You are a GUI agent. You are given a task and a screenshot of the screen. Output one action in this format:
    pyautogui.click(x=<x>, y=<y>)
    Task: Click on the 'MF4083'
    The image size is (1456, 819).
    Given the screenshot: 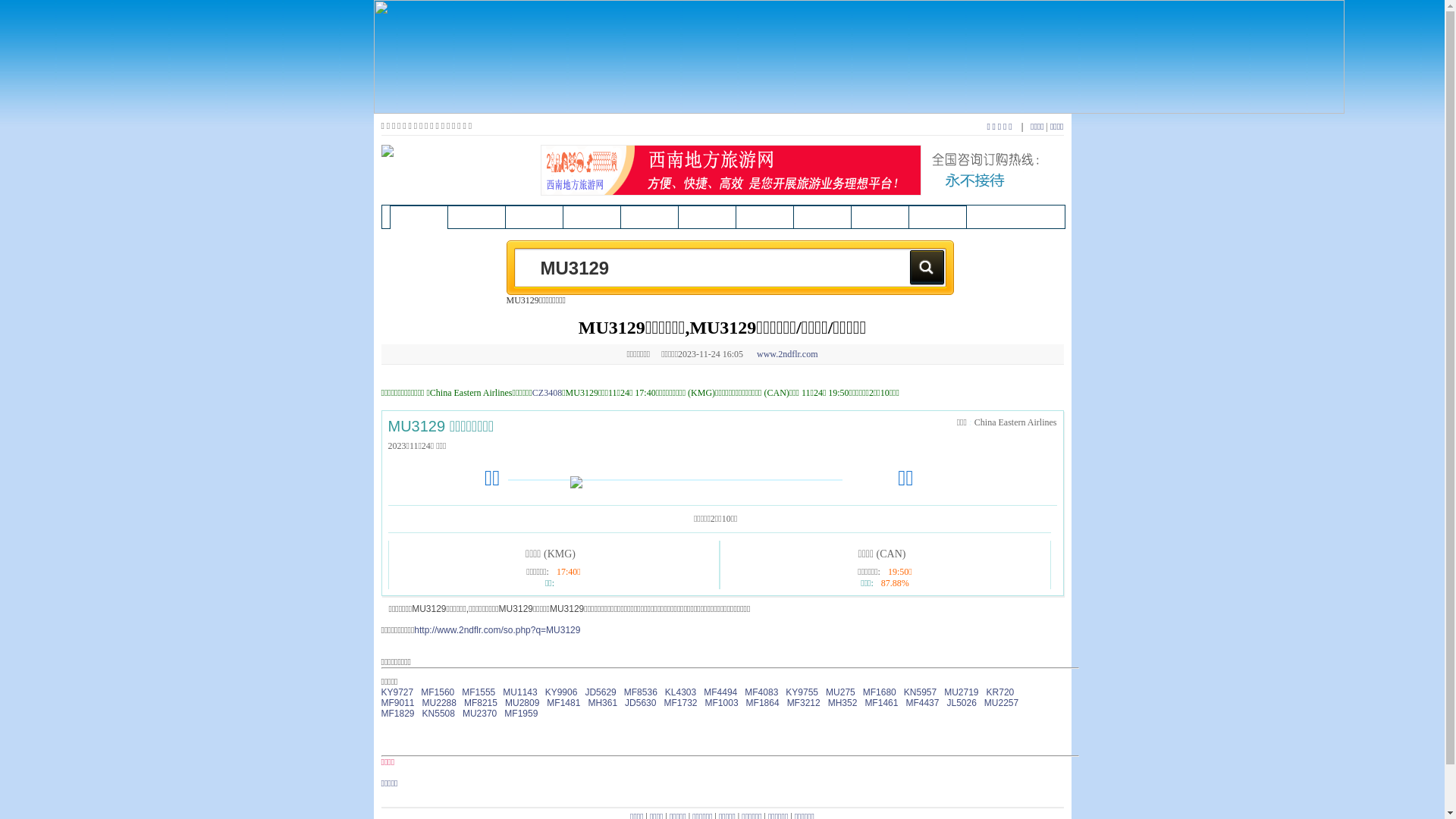 What is the action you would take?
    pyautogui.click(x=761, y=692)
    